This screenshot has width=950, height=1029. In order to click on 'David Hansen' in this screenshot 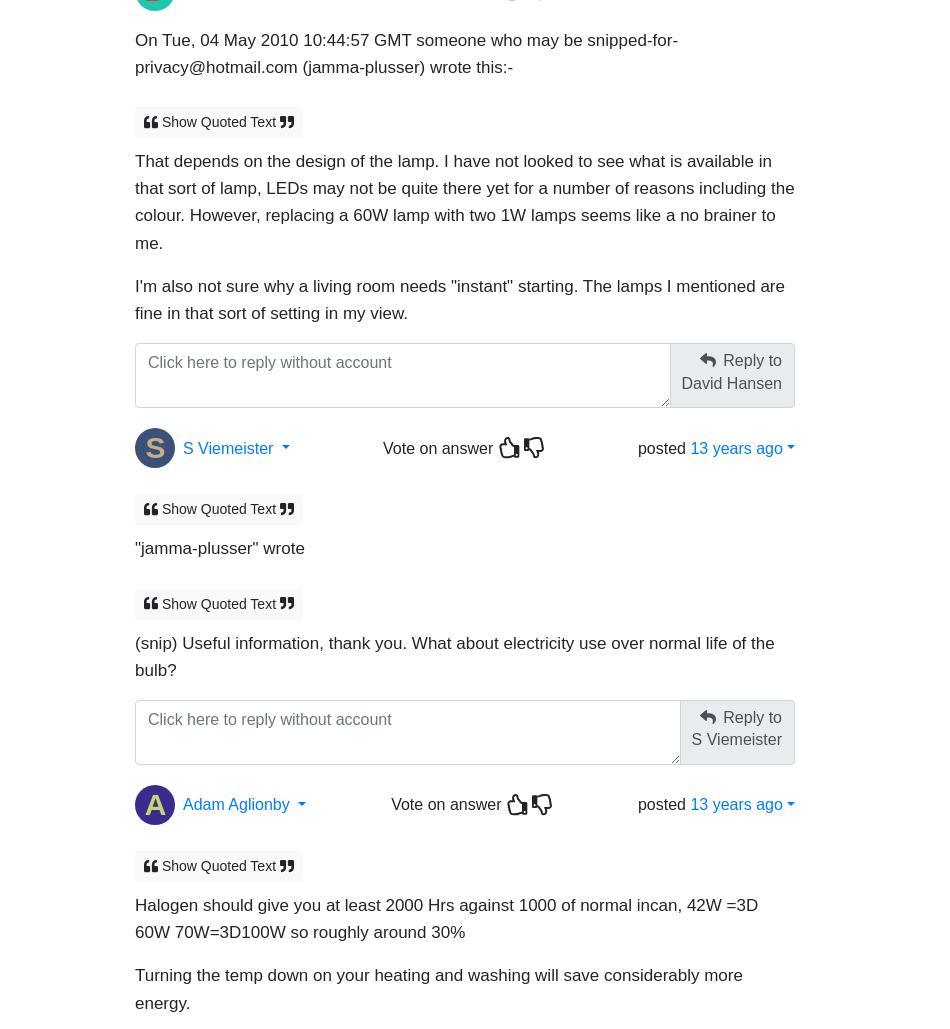, I will do `click(730, 372)`.